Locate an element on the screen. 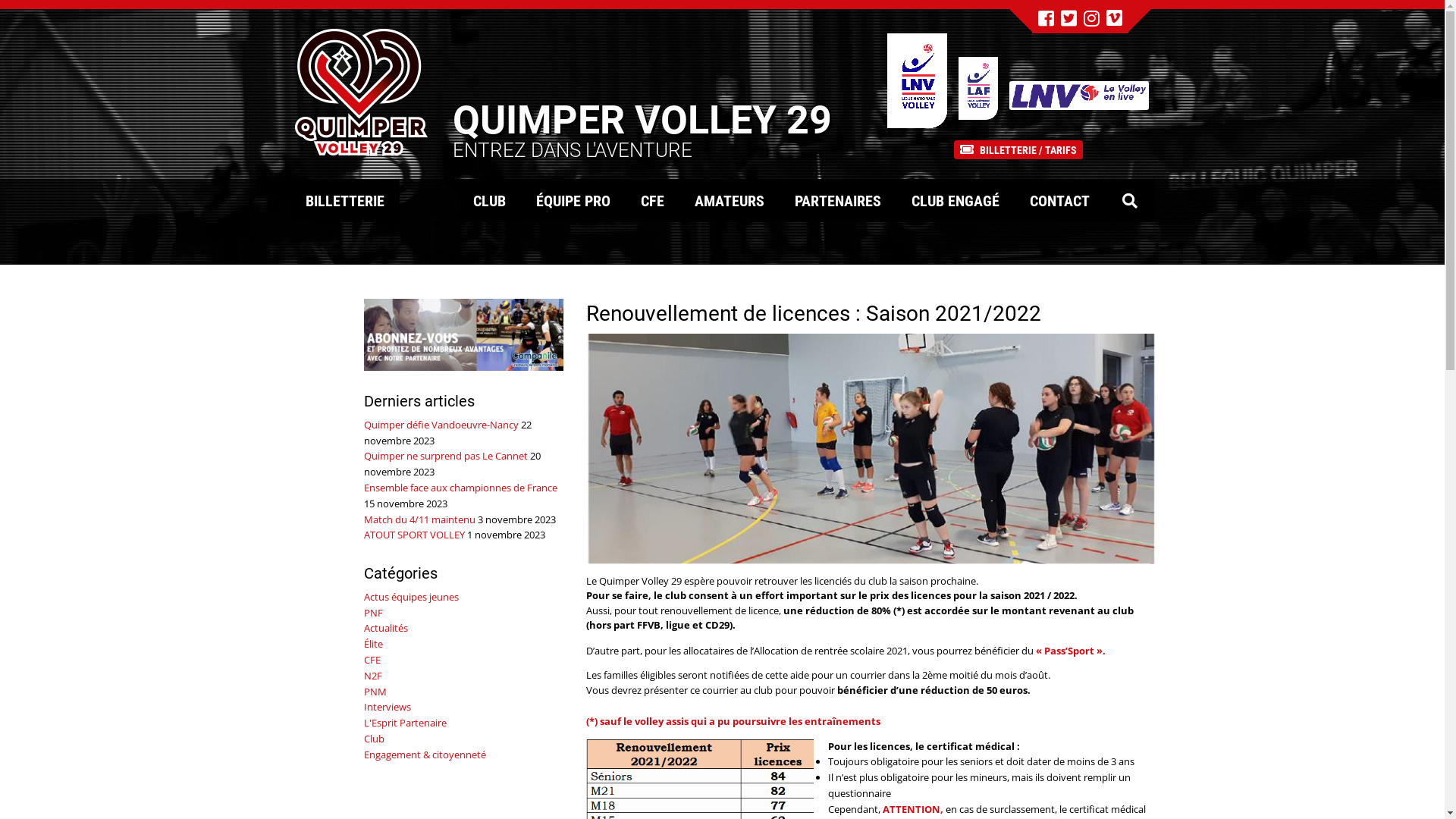 This screenshot has width=1456, height=819. 'Interviews' is located at coordinates (387, 707).